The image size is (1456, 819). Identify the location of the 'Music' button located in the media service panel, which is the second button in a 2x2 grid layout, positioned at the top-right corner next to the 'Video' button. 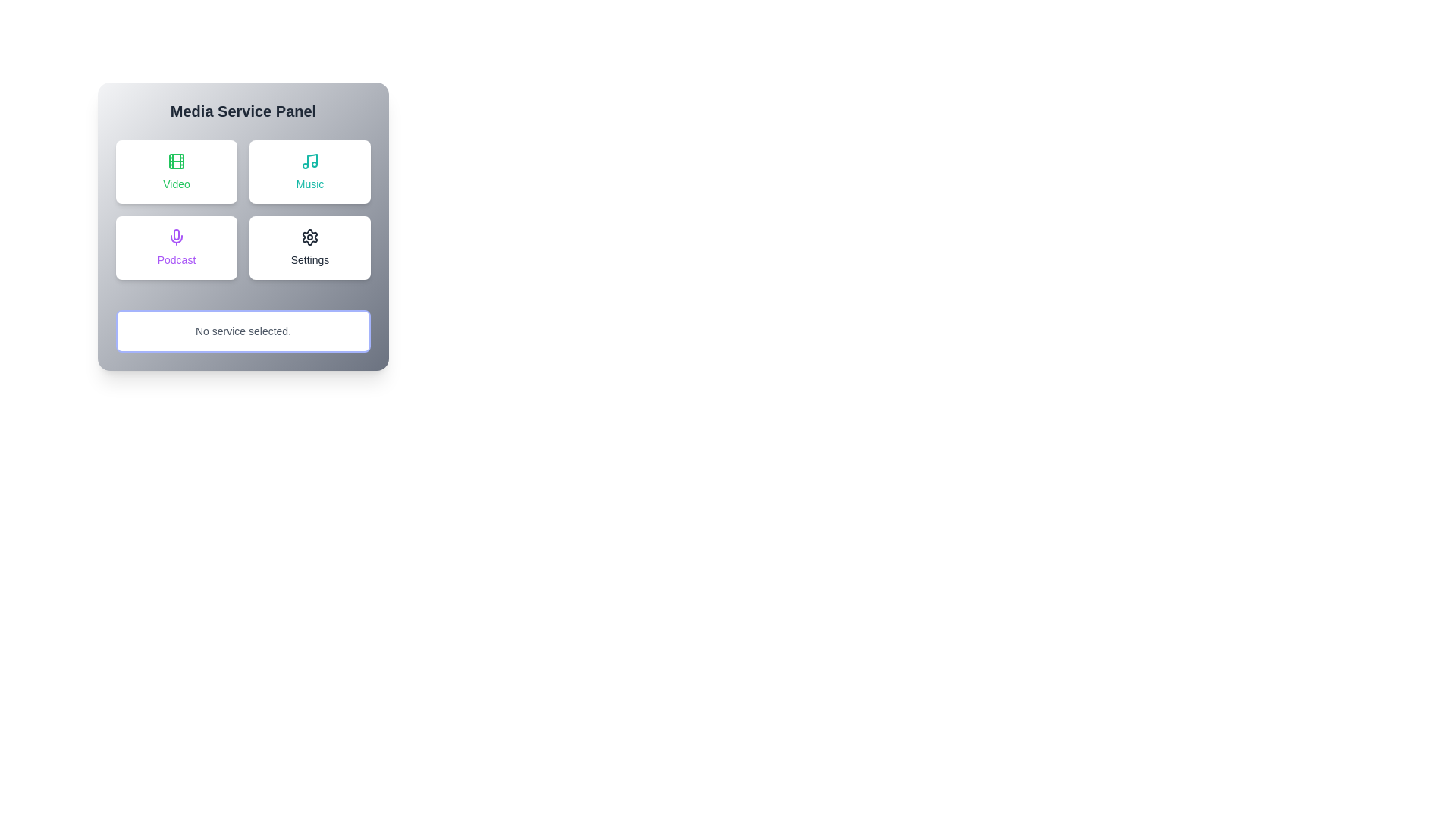
(309, 171).